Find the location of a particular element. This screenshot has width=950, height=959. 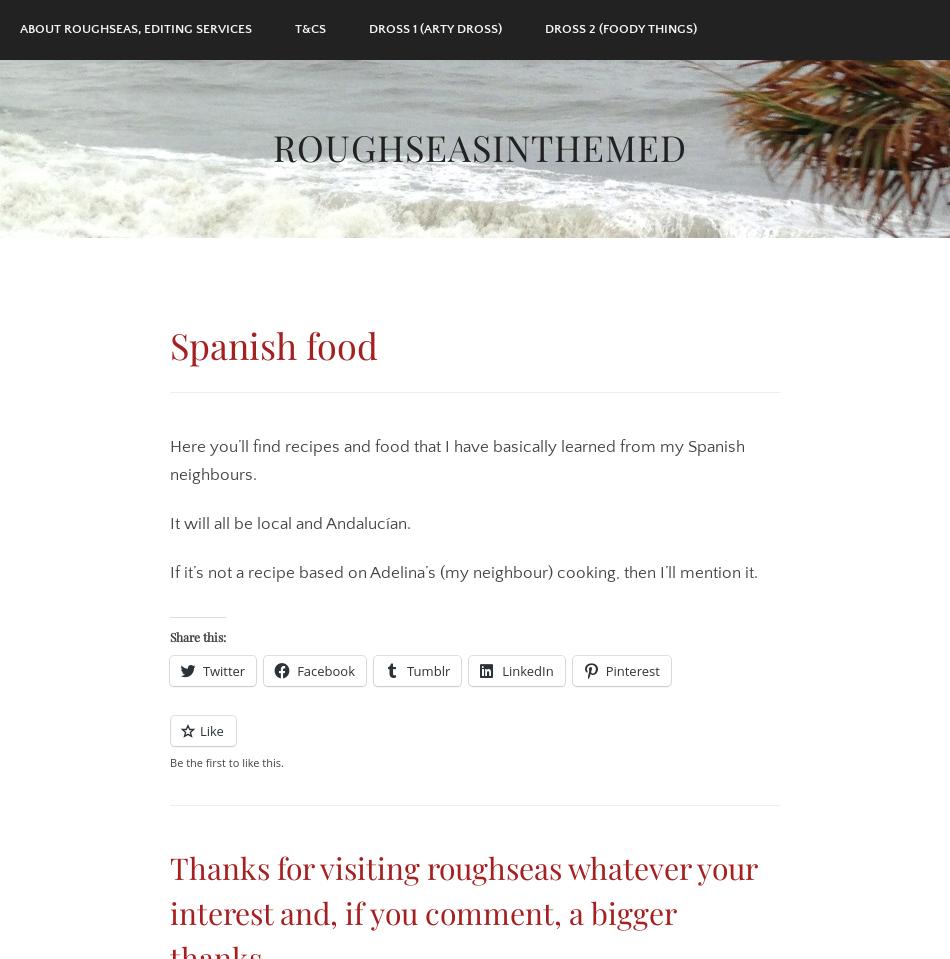

'Share this:' is located at coordinates (197, 636).